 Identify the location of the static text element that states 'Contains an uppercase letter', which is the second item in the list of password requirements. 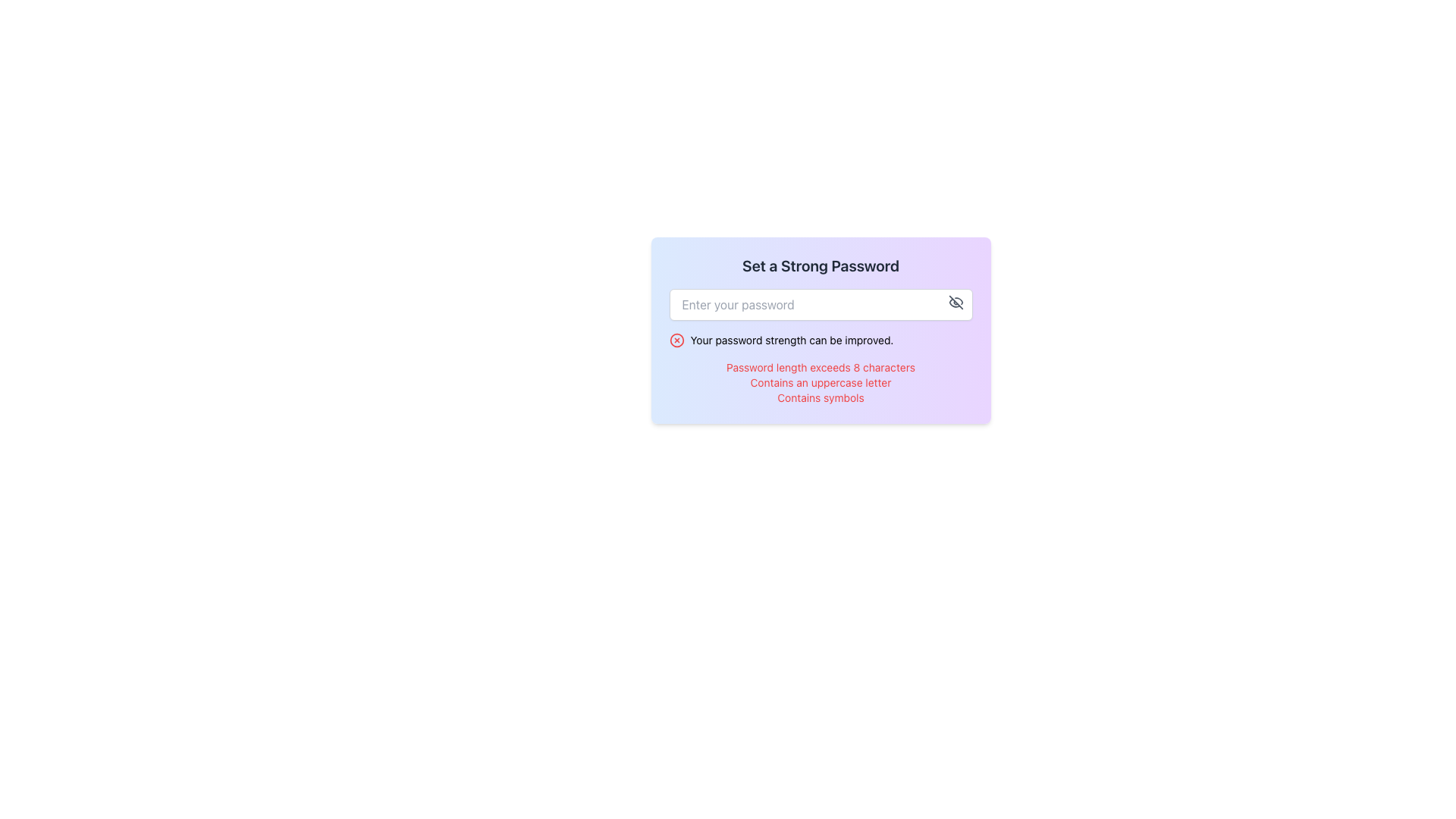
(820, 382).